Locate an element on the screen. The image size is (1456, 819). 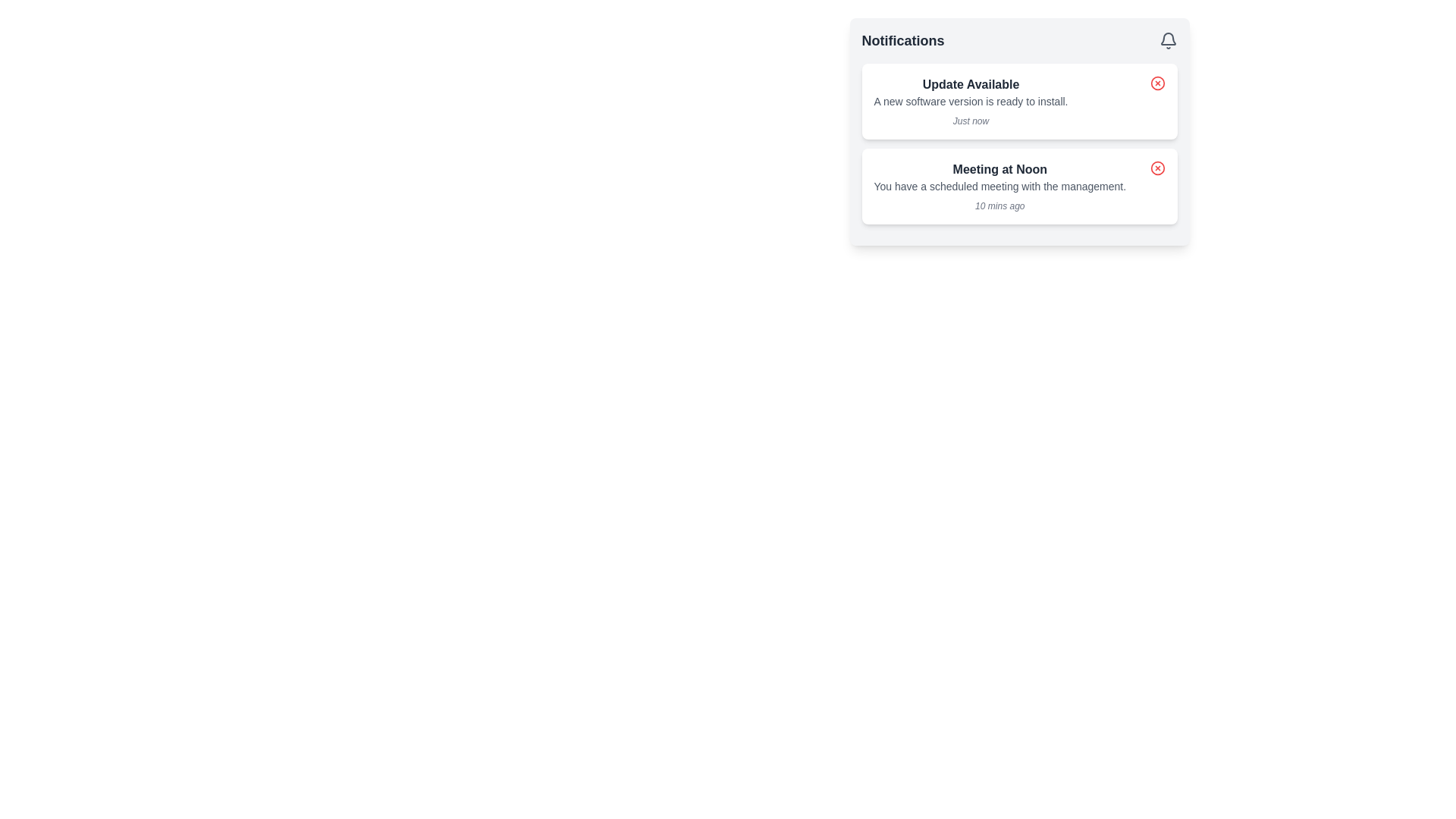
the text element that provides details about a scheduled meeting, located below 'Meeting at Noon' and above the timestamp '10 mins ago' in the second notification item is located at coordinates (999, 186).